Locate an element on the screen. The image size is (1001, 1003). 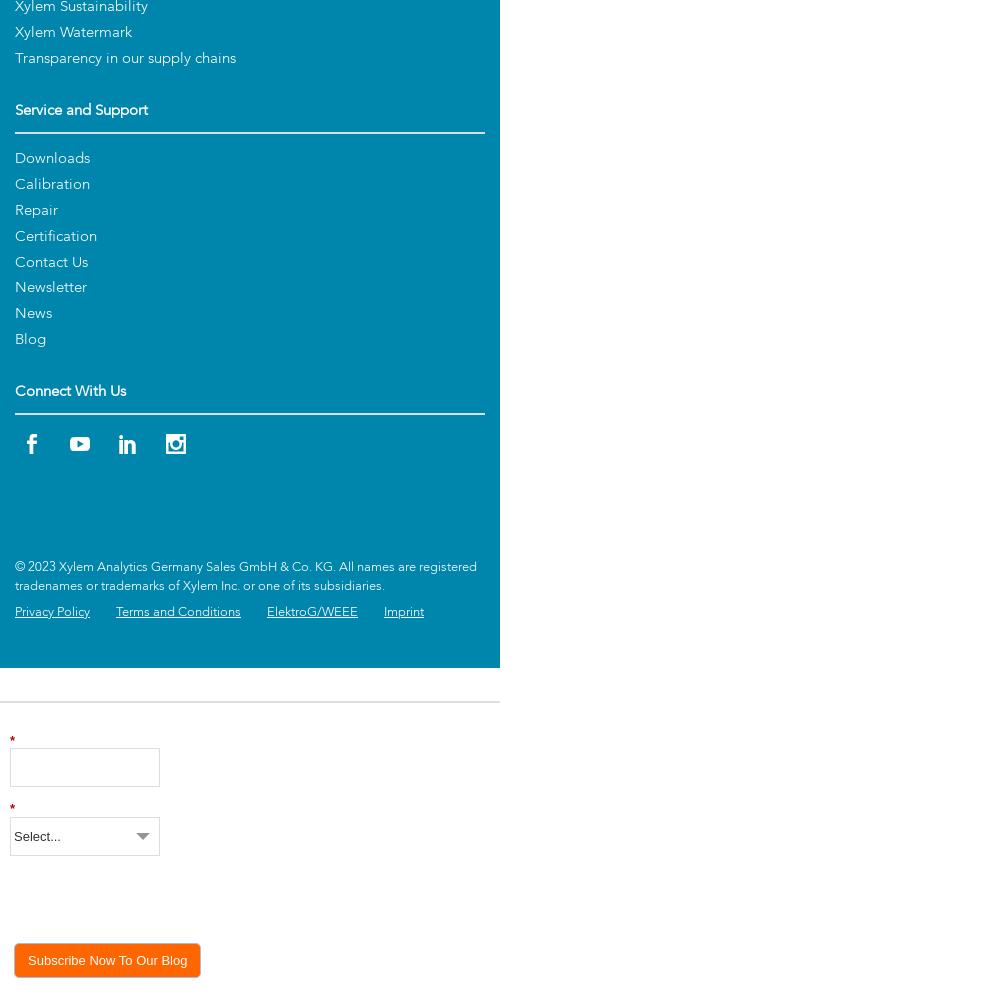
'ElektroG/WEEE' is located at coordinates (312, 612).